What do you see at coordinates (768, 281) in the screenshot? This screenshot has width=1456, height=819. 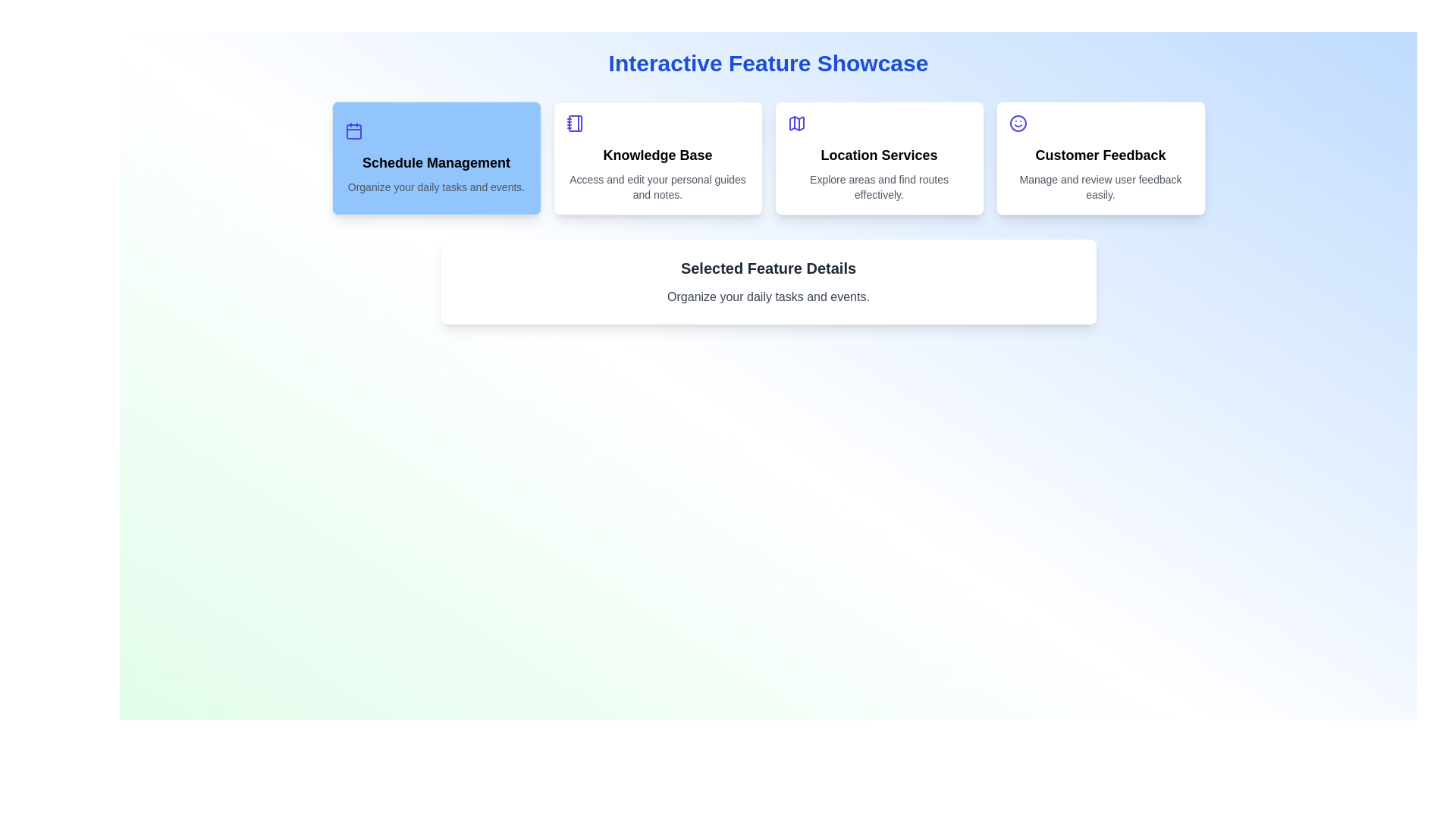 I see `the Information panel that provides detailed descriptions of selected features, located slightly below the top third of the interface` at bounding box center [768, 281].